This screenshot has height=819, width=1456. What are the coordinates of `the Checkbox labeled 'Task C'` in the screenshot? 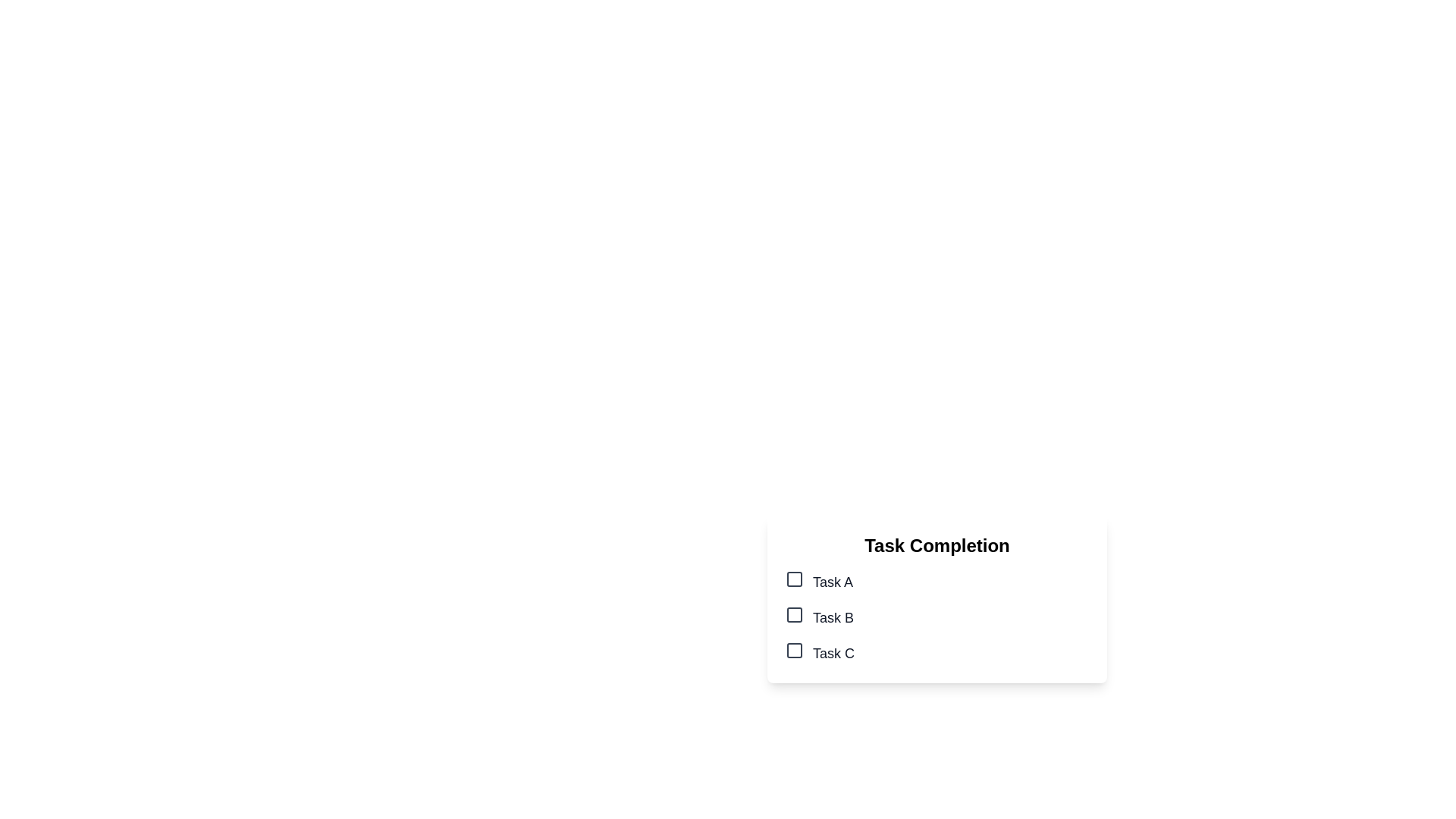 It's located at (937, 651).